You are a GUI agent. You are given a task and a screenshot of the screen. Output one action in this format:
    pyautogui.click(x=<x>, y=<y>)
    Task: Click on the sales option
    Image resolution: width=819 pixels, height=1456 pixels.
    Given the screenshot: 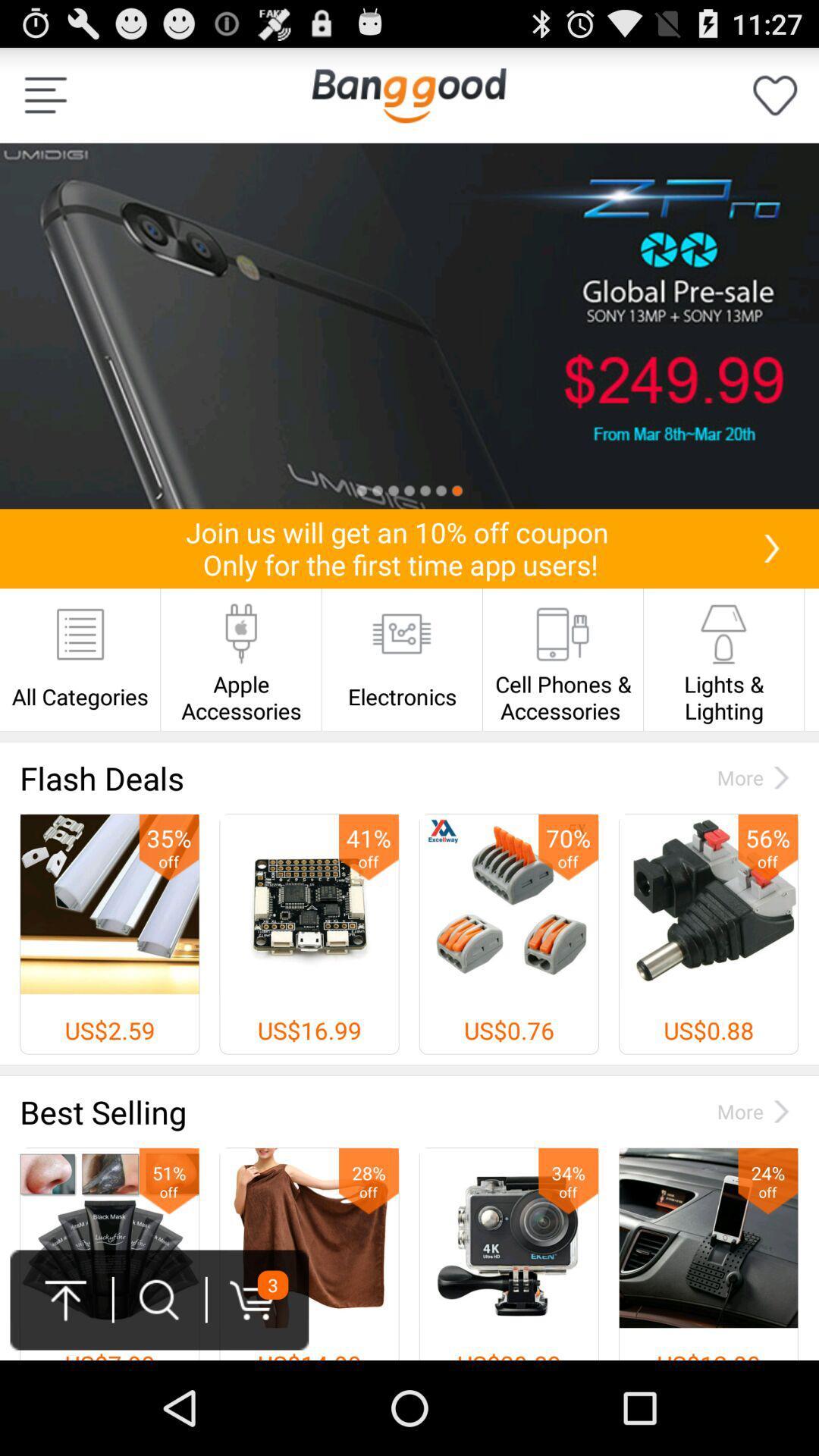 What is the action you would take?
    pyautogui.click(x=409, y=325)
    